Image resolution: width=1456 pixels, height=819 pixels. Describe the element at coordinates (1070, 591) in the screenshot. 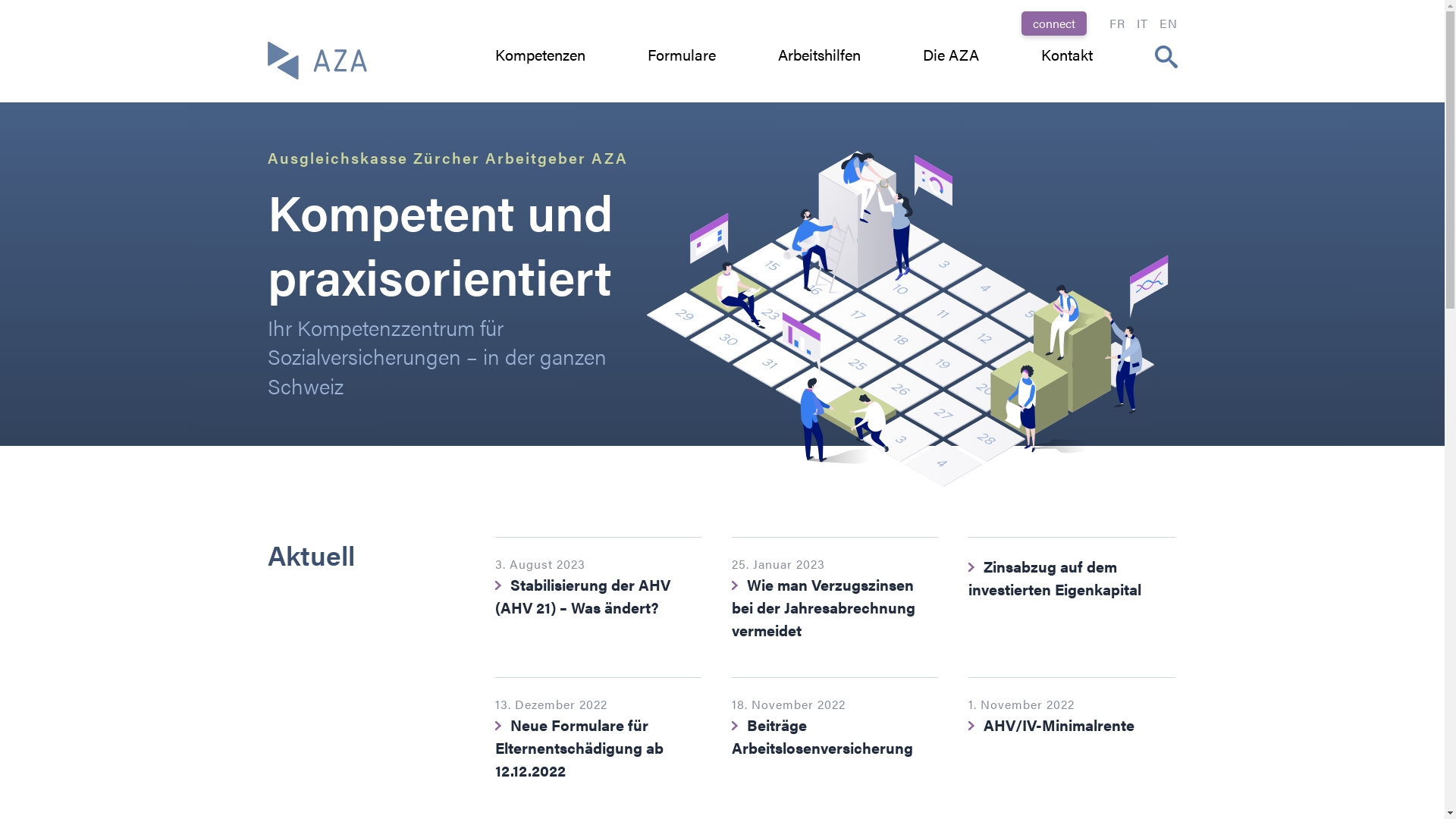

I see `'Zinsabzug auf dem investierten Eigenkapital'` at that location.